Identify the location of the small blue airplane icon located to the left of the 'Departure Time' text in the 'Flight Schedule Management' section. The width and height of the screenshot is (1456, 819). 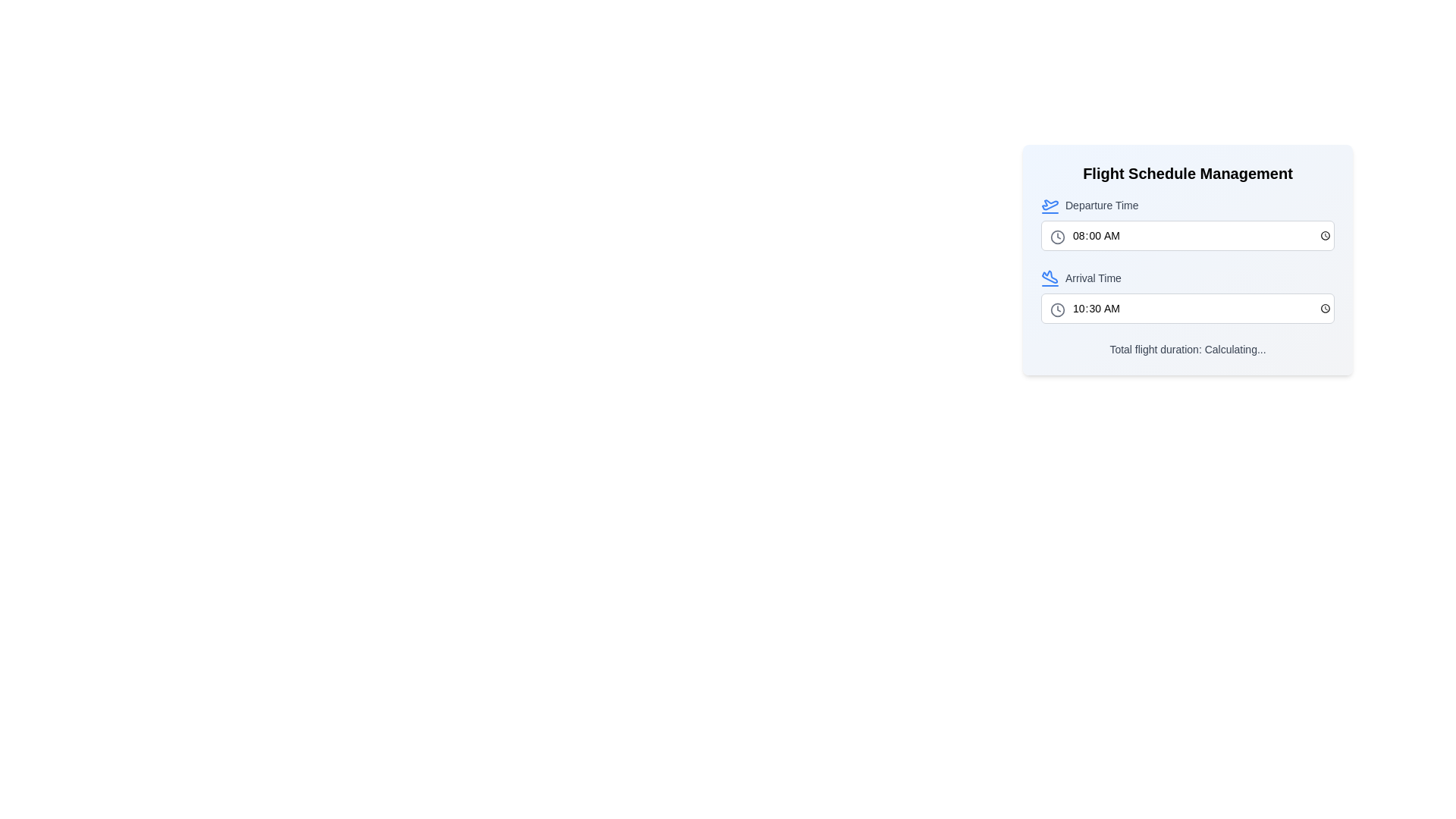
(1050, 205).